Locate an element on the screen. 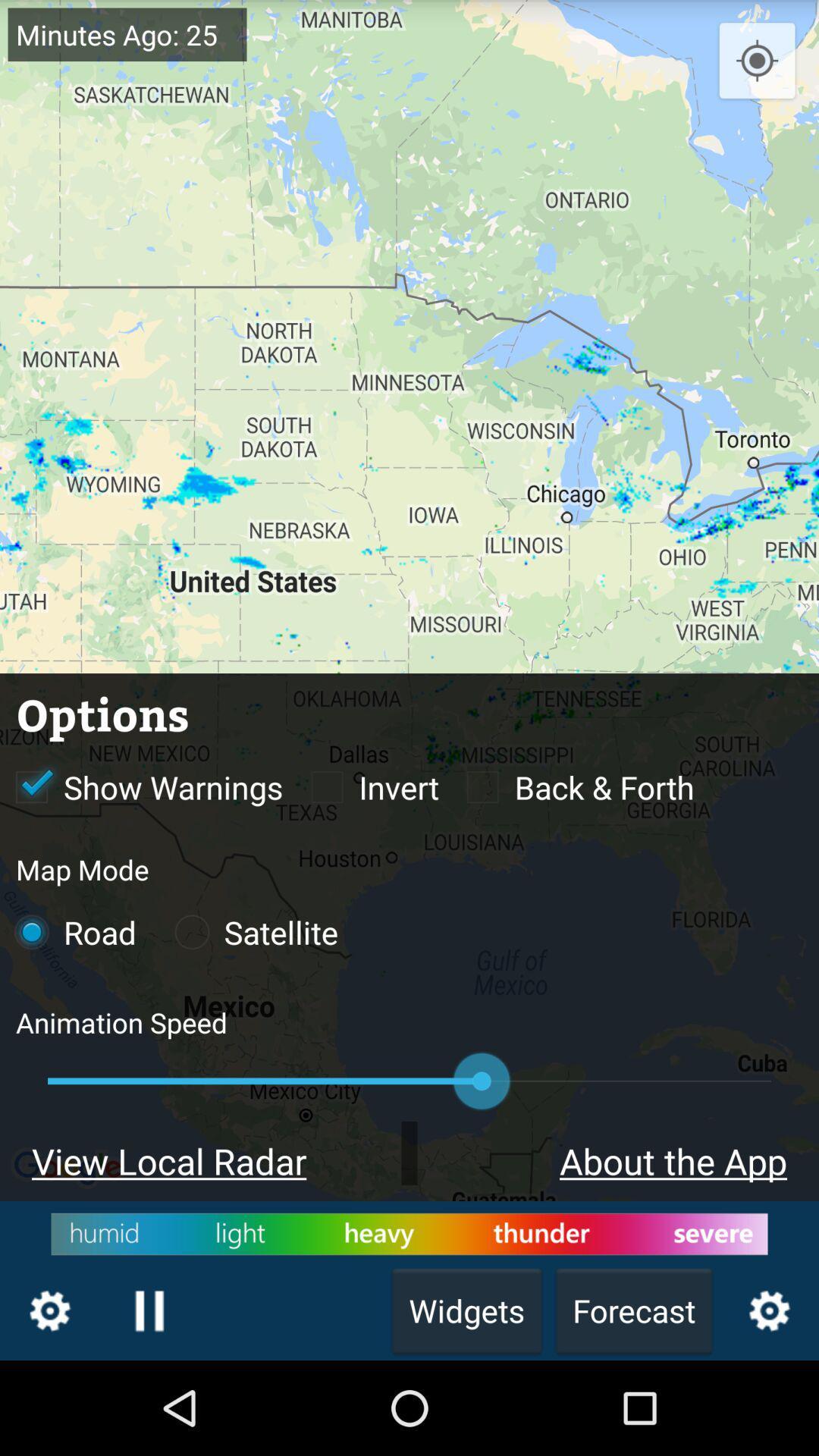 The height and width of the screenshot is (1456, 819). invert is located at coordinates (366, 786).